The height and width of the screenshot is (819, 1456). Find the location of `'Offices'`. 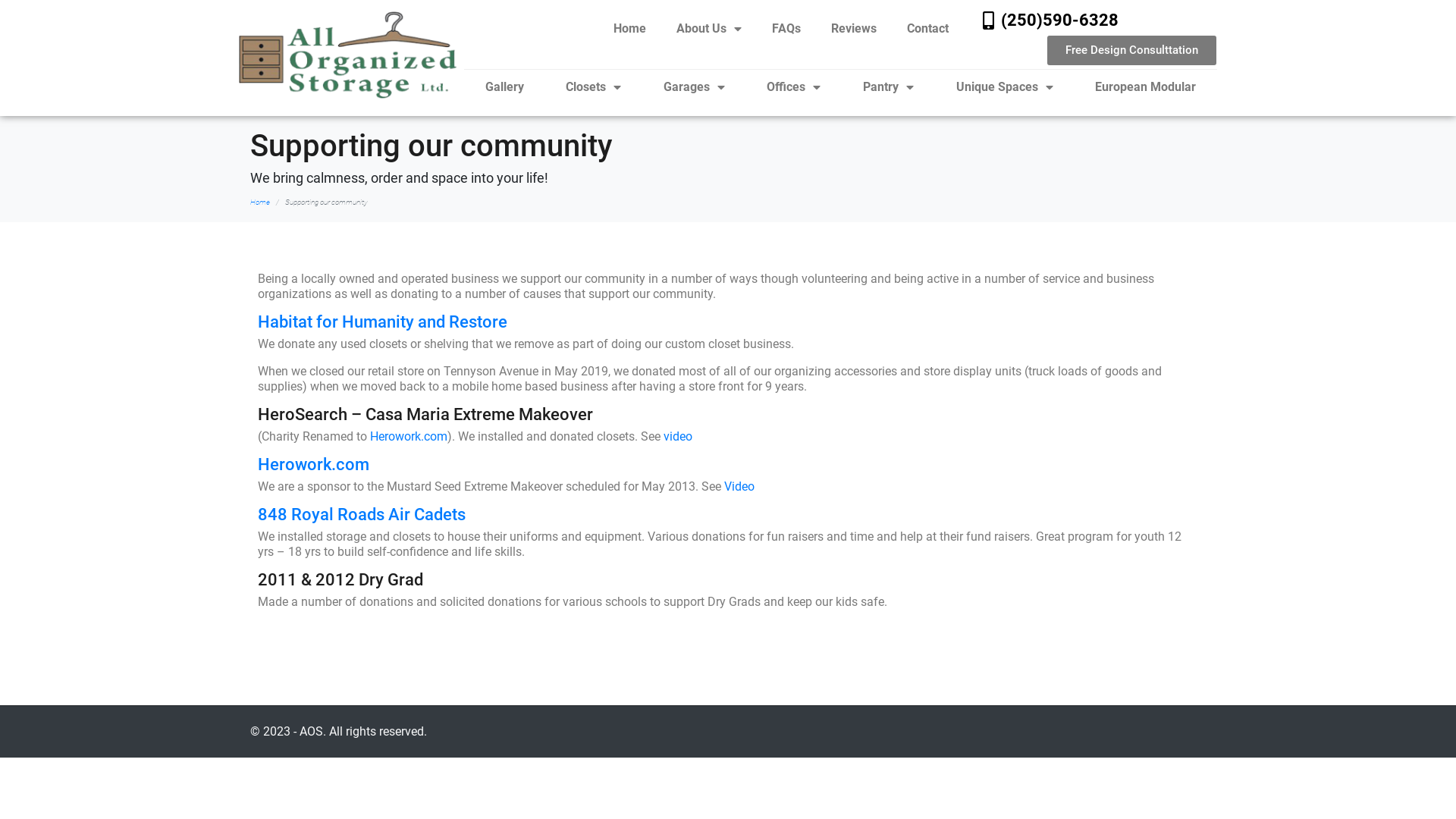

'Offices' is located at coordinates (745, 87).